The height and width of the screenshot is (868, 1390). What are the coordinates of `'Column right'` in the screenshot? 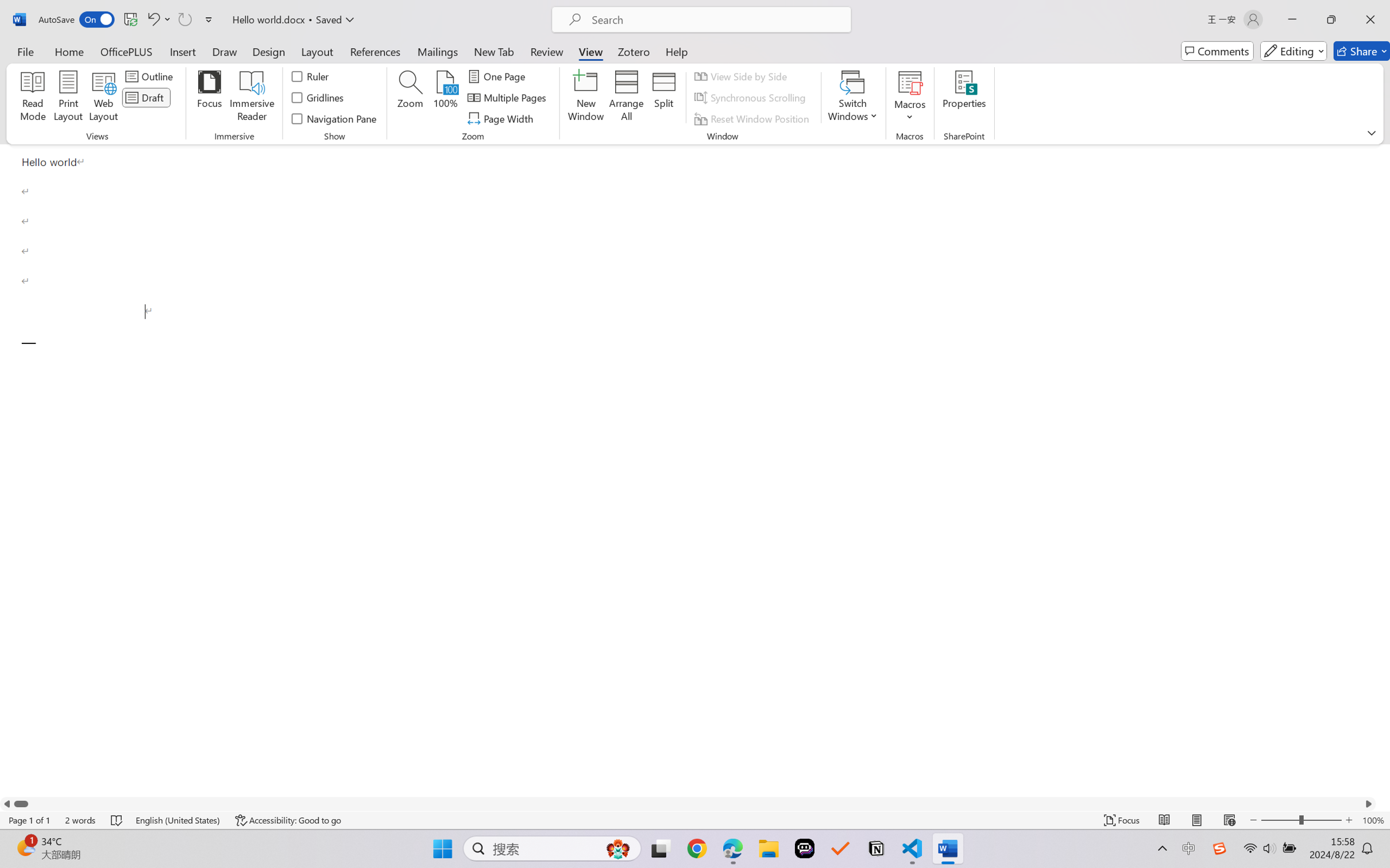 It's located at (1369, 803).